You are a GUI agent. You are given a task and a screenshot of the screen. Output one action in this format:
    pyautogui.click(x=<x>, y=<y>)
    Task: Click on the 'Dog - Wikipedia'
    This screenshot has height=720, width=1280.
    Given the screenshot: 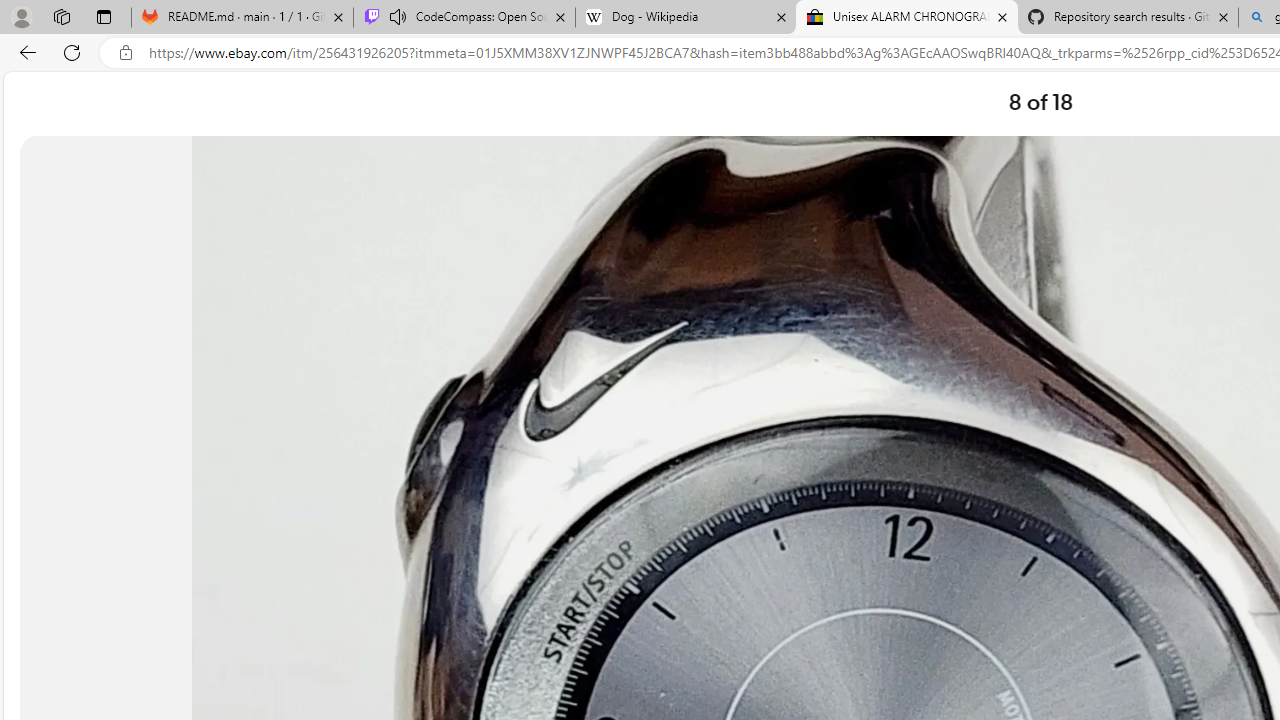 What is the action you would take?
    pyautogui.click(x=686, y=17)
    